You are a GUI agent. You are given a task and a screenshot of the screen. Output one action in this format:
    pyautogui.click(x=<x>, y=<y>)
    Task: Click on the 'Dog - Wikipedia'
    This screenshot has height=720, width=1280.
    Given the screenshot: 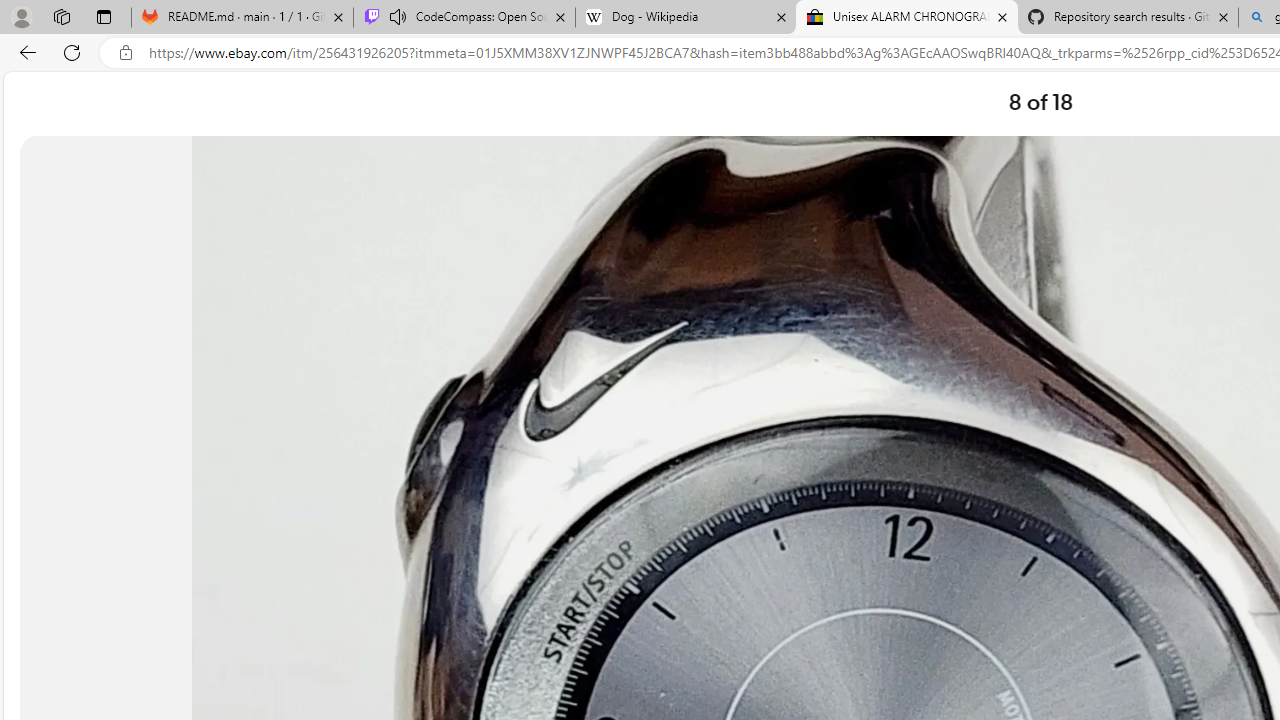 What is the action you would take?
    pyautogui.click(x=686, y=17)
    